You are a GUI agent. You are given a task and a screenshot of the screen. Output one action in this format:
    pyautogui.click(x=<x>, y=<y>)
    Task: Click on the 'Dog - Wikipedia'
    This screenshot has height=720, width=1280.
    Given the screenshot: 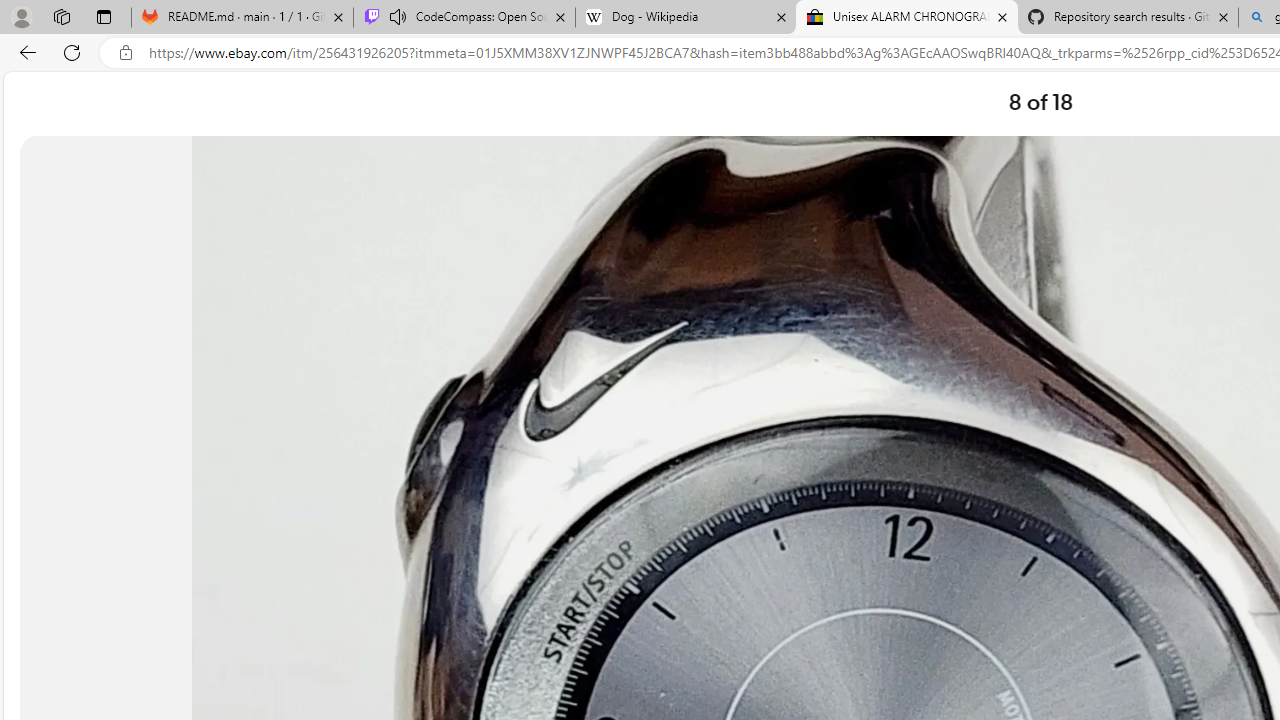 What is the action you would take?
    pyautogui.click(x=686, y=17)
    